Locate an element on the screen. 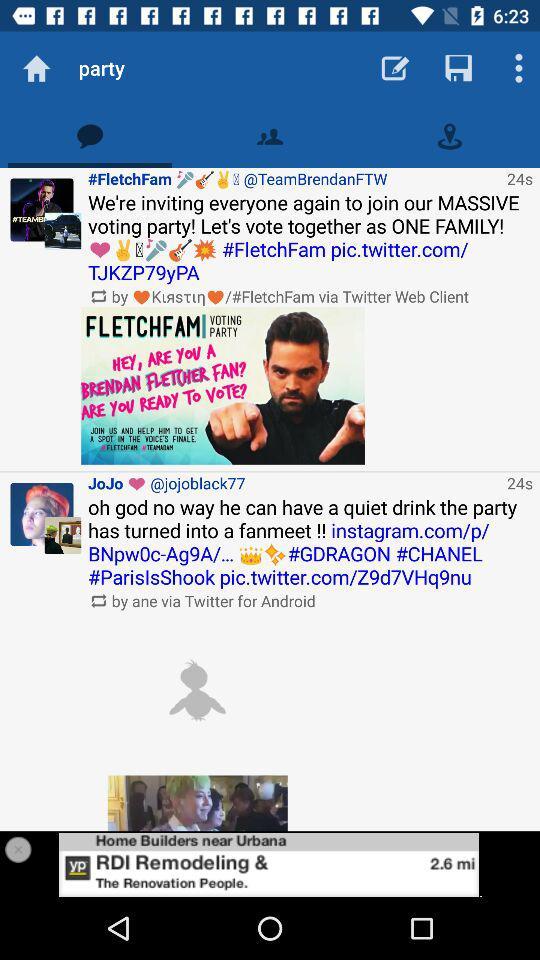  profile is located at coordinates (270, 863).